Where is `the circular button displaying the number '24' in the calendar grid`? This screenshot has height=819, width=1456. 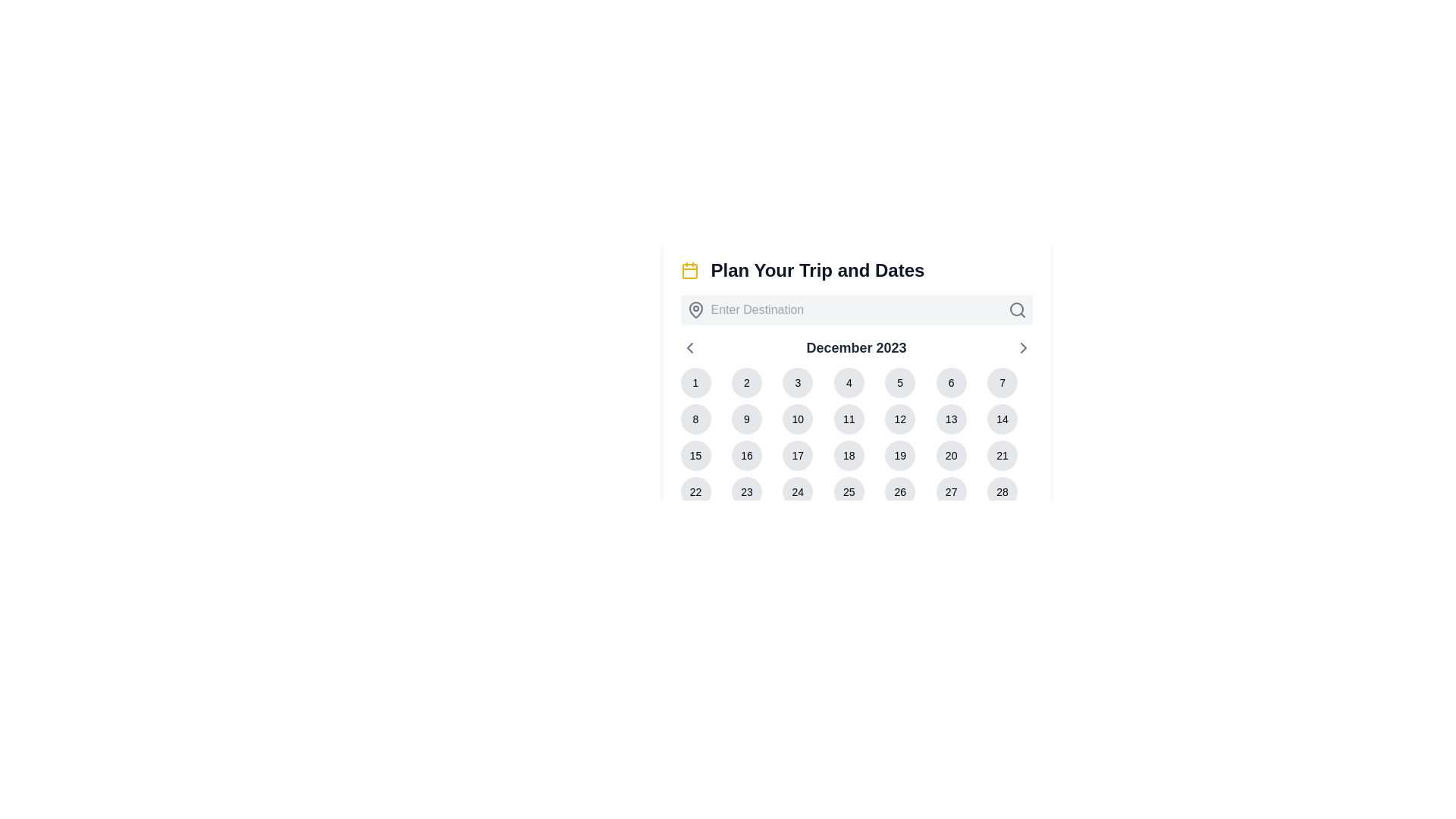
the circular button displaying the number '24' in the calendar grid is located at coordinates (797, 491).